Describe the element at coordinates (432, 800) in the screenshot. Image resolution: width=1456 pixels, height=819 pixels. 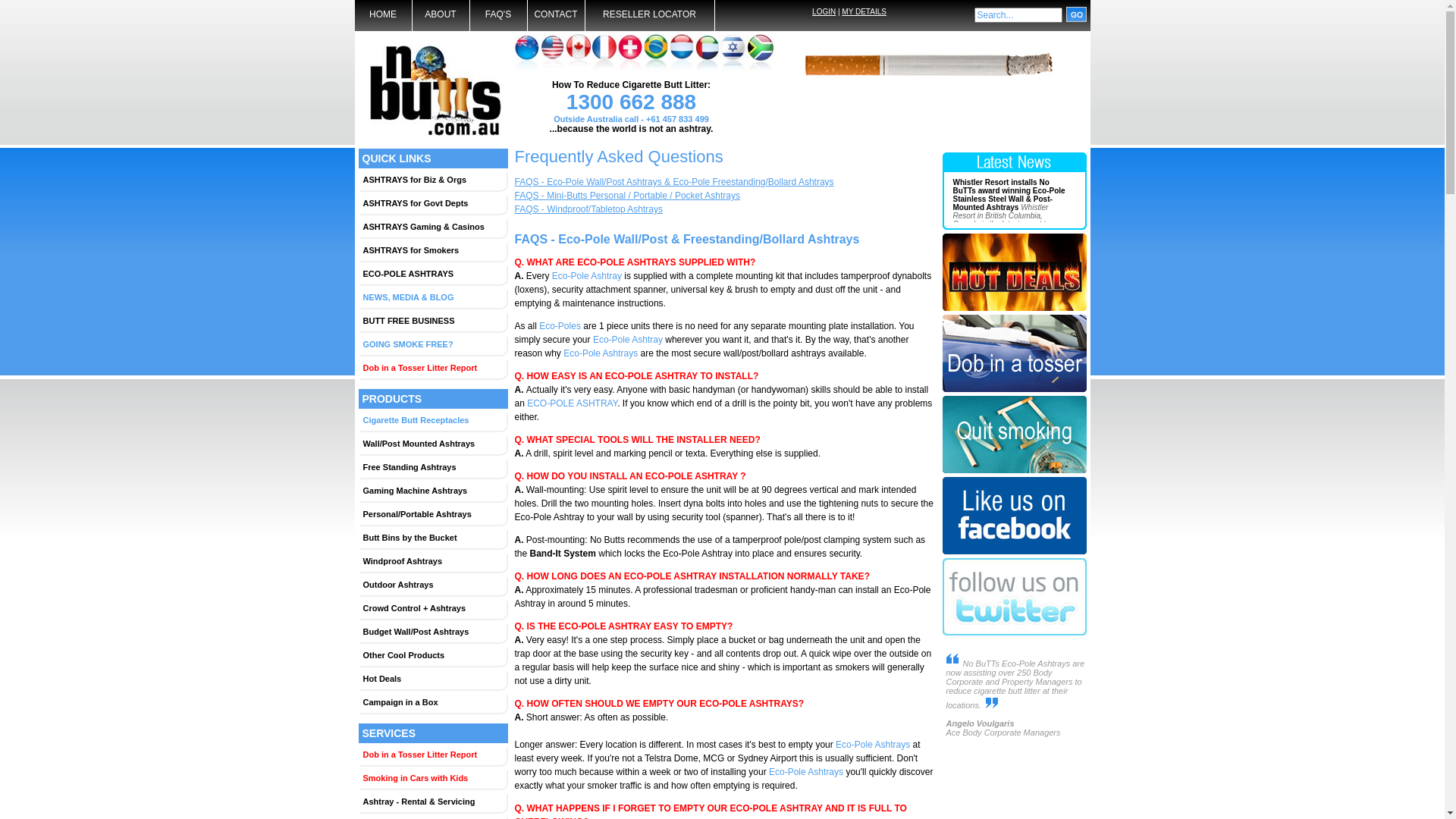
I see `'Ashtray - Rental & Servicing'` at that location.